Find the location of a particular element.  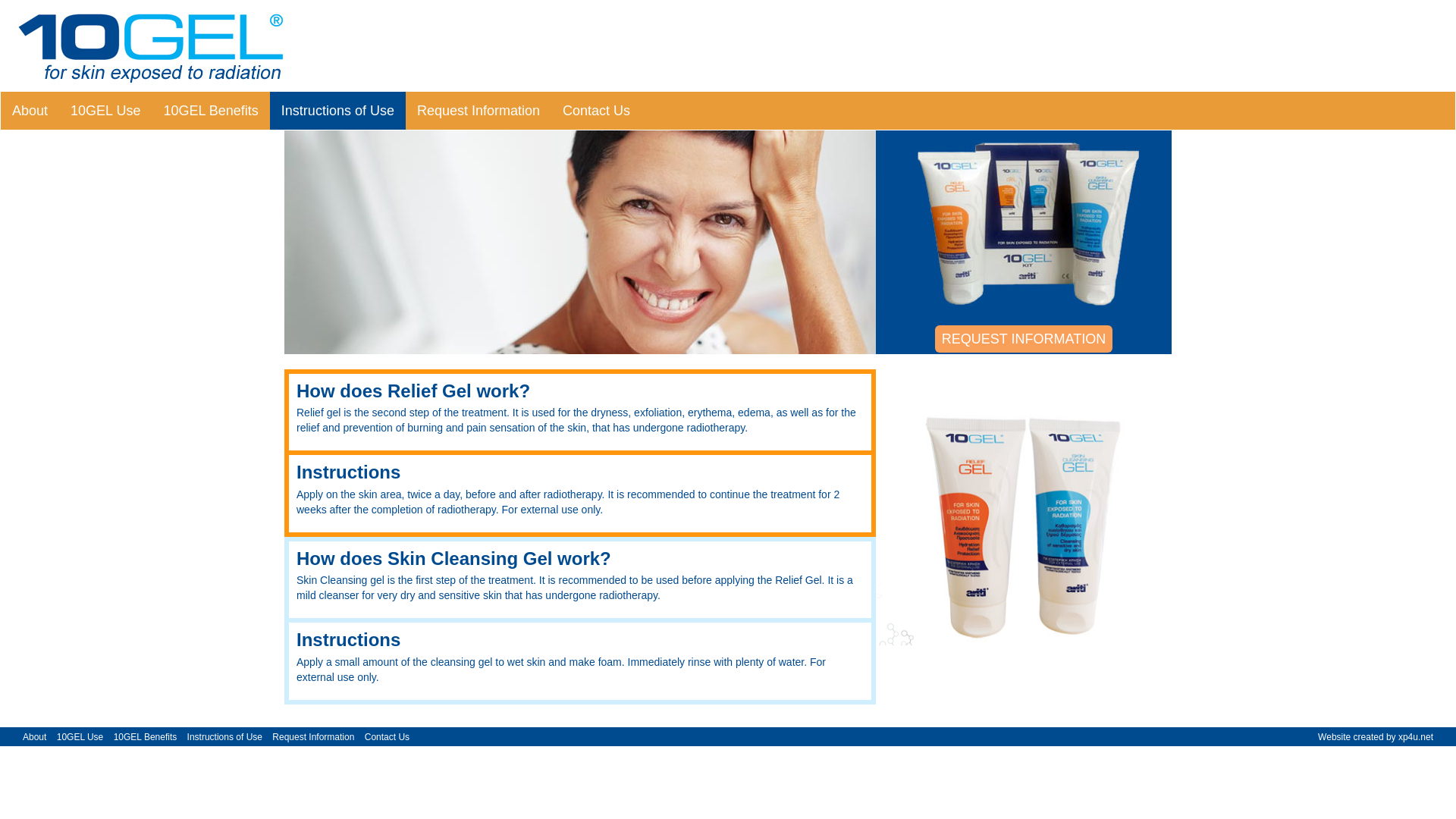

'10GEL Benefits' is located at coordinates (146, 736).